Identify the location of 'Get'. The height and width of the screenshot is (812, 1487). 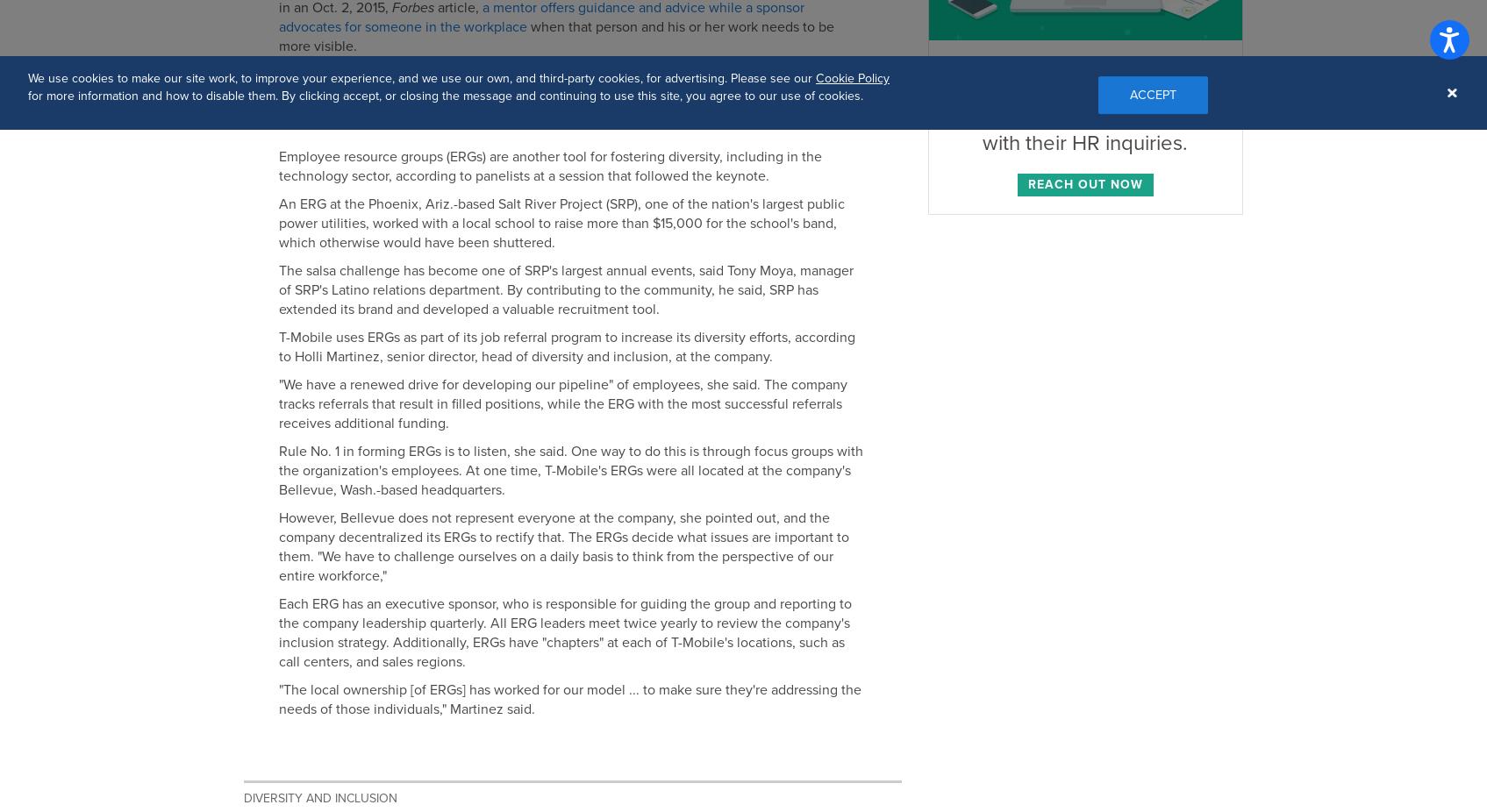
(424, 89).